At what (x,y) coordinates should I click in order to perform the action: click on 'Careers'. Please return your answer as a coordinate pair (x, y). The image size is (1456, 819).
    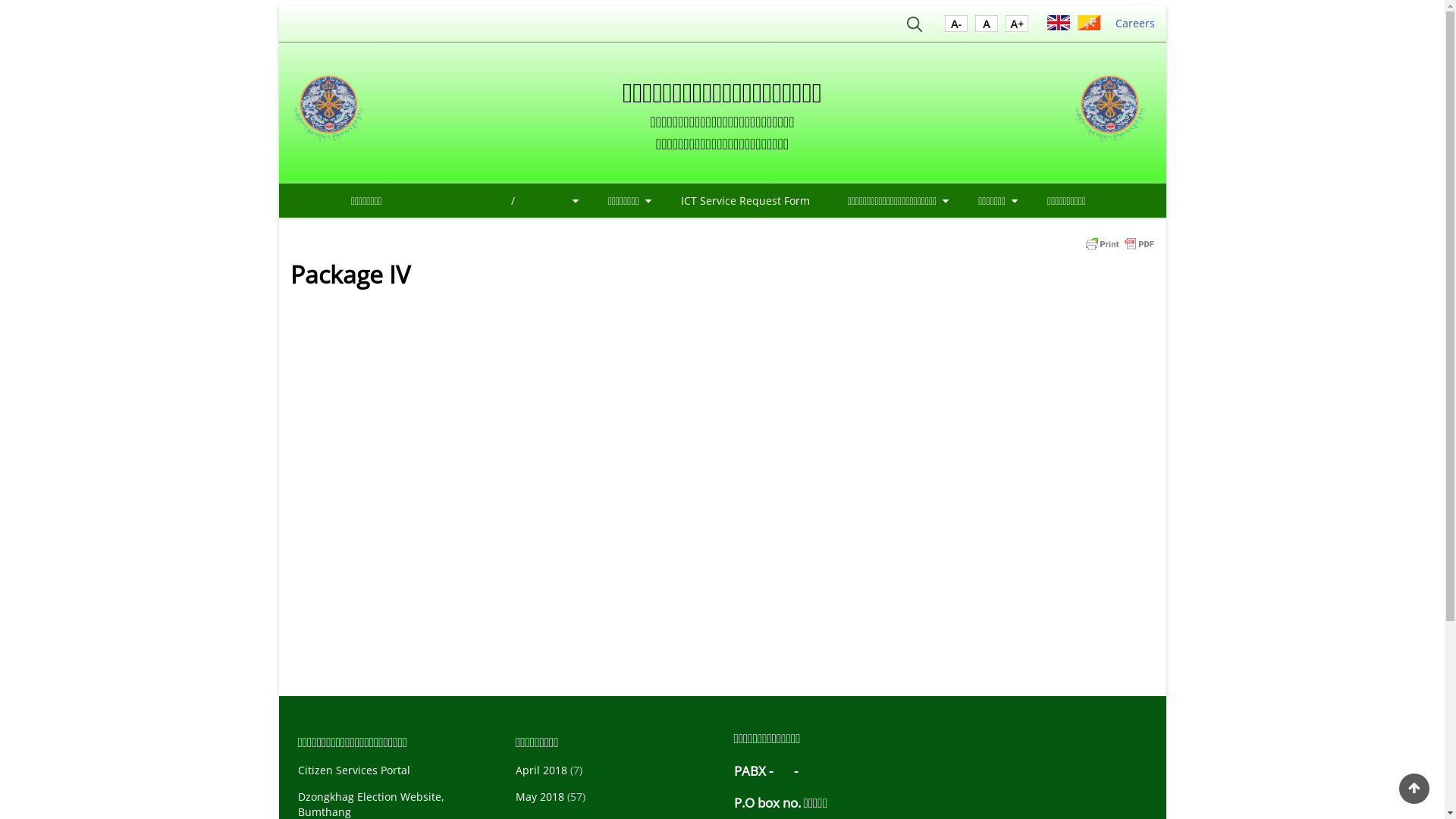
    Looking at the image, I should click on (1134, 23).